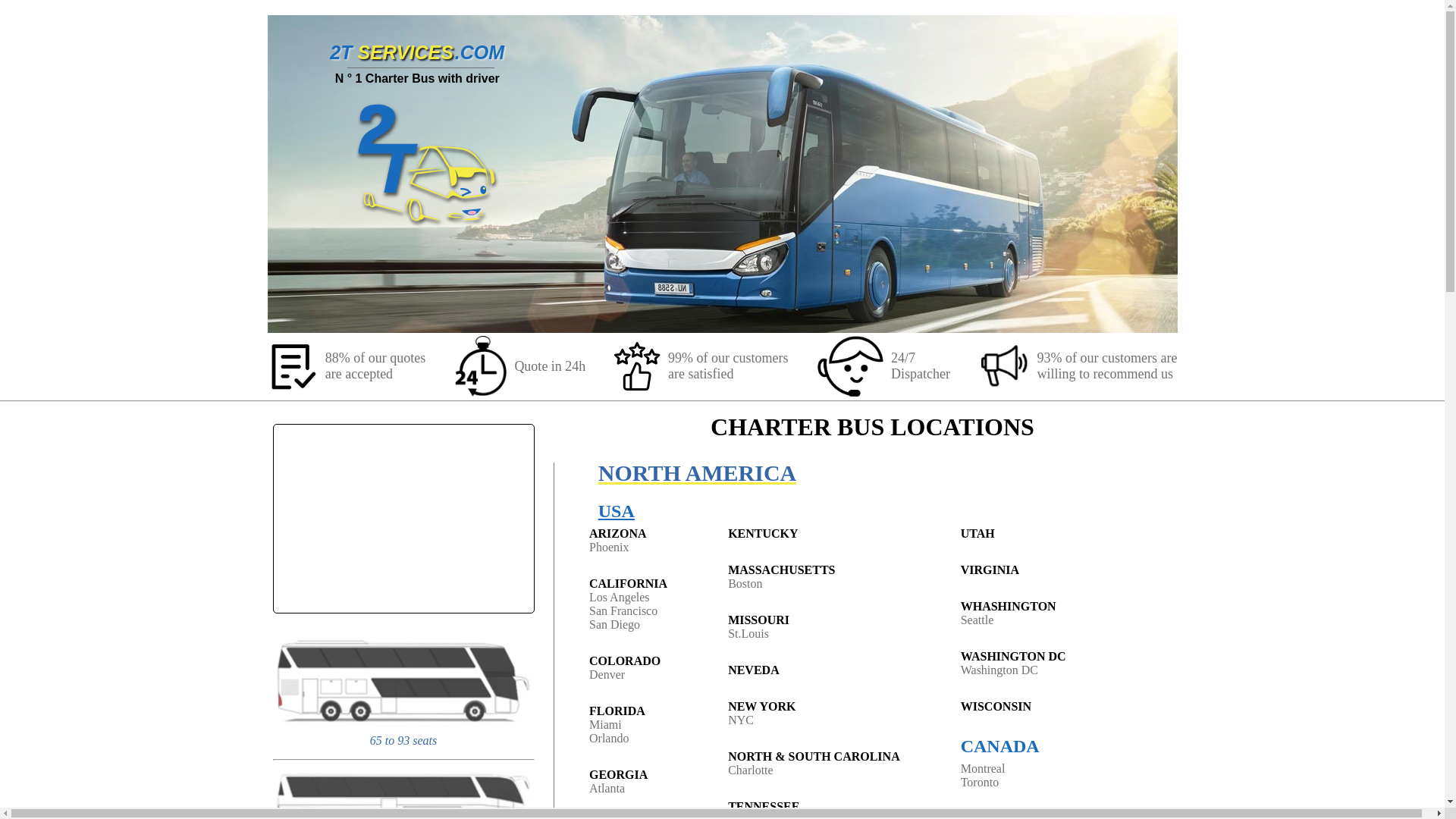  Describe the element at coordinates (617, 711) in the screenshot. I see `'FLORIDA'` at that location.